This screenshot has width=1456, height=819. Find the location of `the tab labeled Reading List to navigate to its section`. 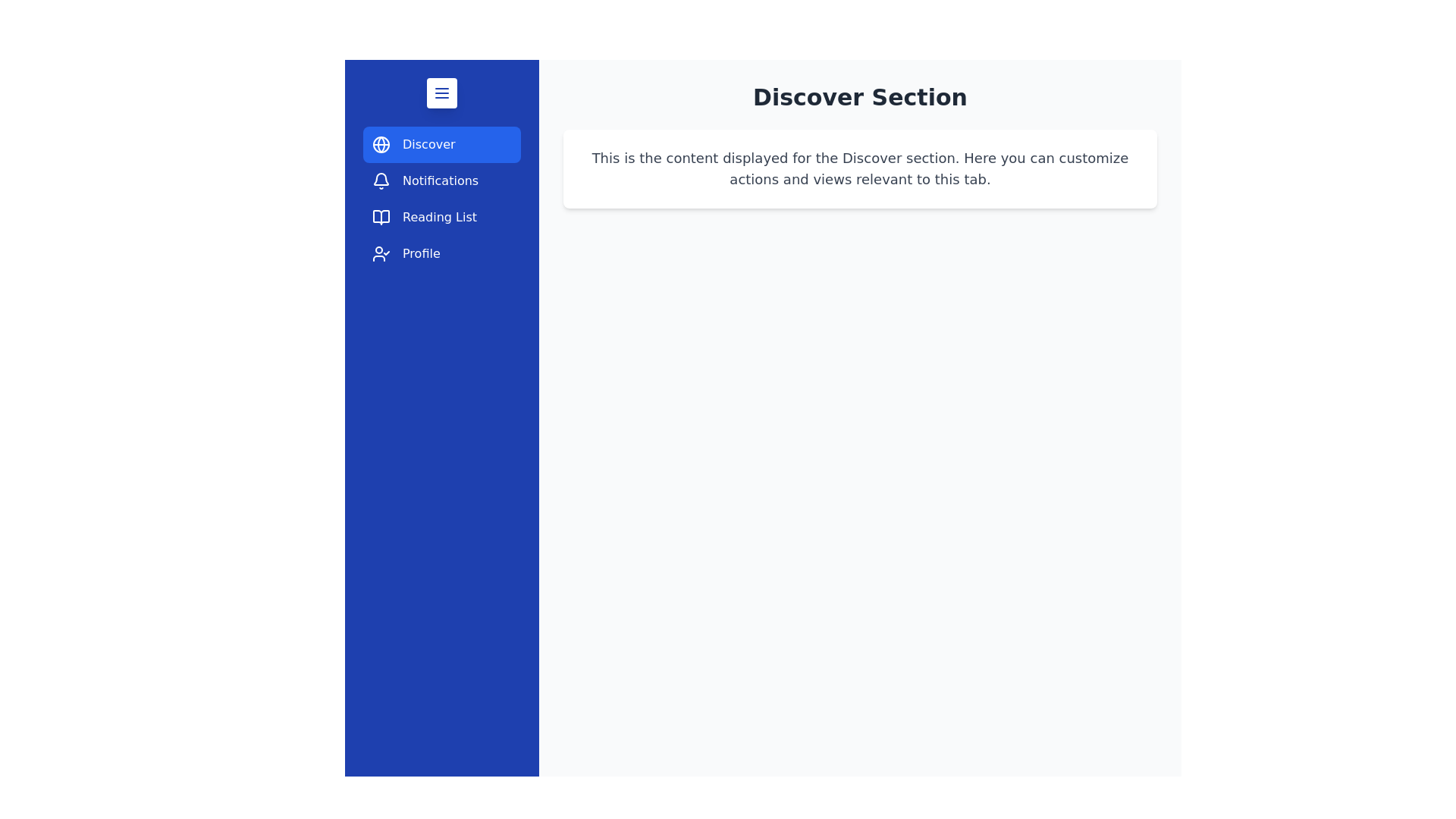

the tab labeled Reading List to navigate to its section is located at coordinates (441, 217).